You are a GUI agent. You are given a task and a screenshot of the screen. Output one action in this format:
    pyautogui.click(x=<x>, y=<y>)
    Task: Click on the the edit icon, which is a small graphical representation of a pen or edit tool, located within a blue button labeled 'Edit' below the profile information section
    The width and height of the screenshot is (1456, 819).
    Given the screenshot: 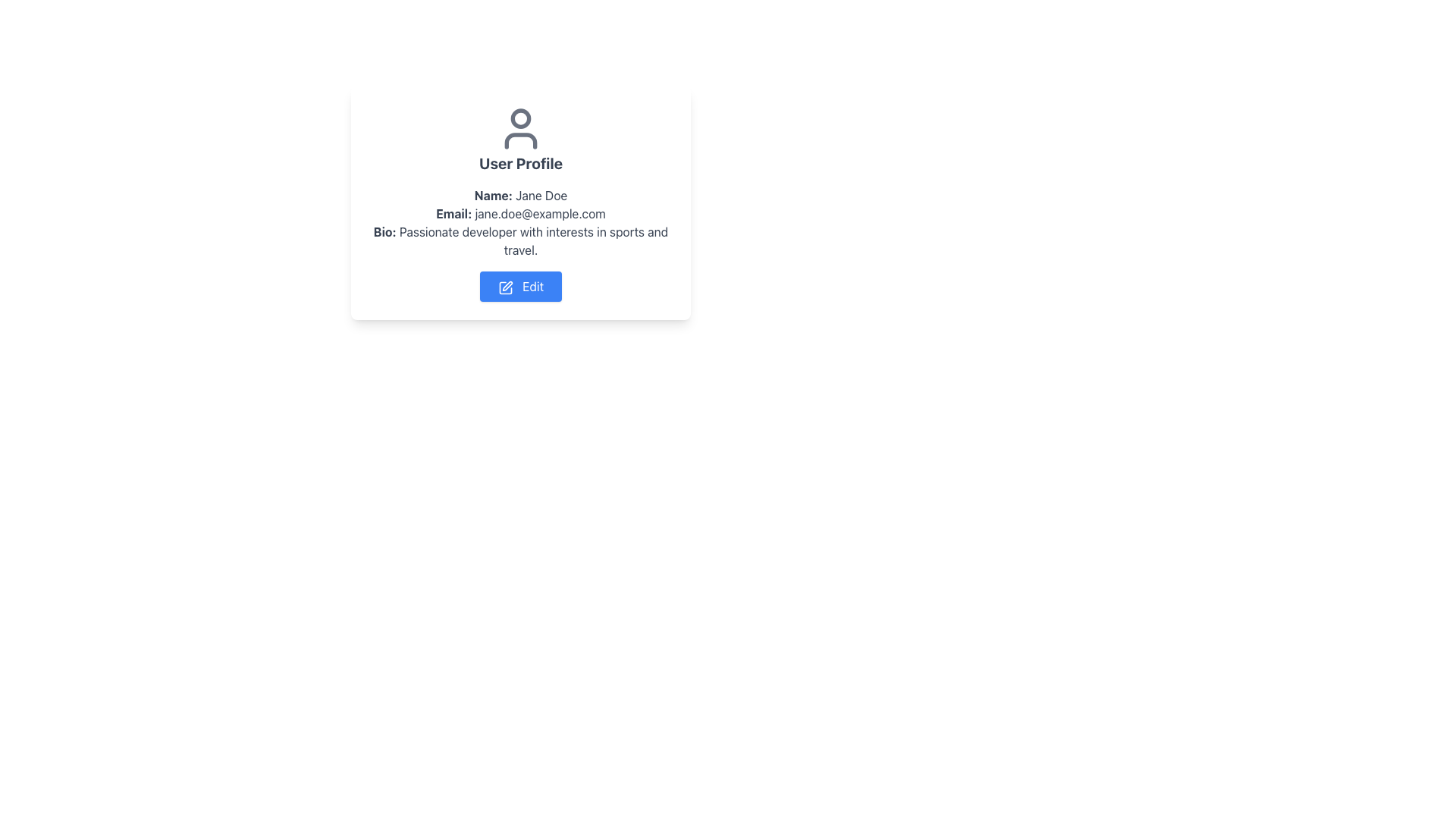 What is the action you would take?
    pyautogui.click(x=507, y=286)
    